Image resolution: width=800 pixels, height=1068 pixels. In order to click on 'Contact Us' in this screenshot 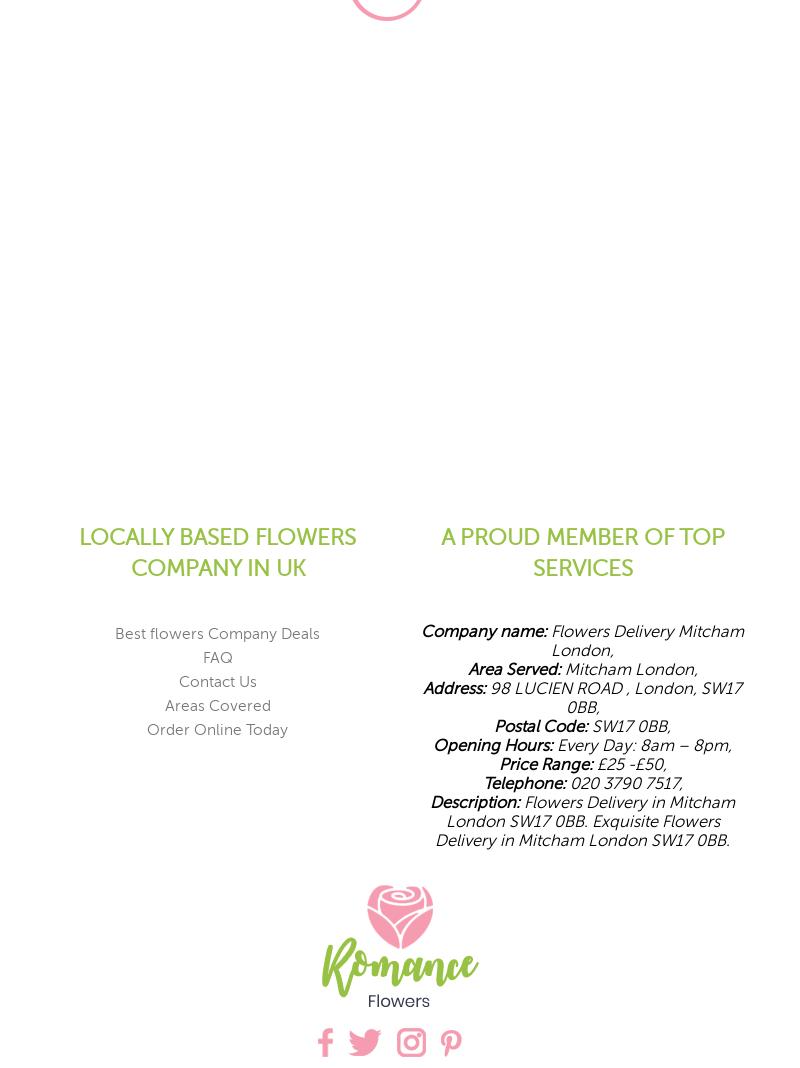, I will do `click(216, 680)`.